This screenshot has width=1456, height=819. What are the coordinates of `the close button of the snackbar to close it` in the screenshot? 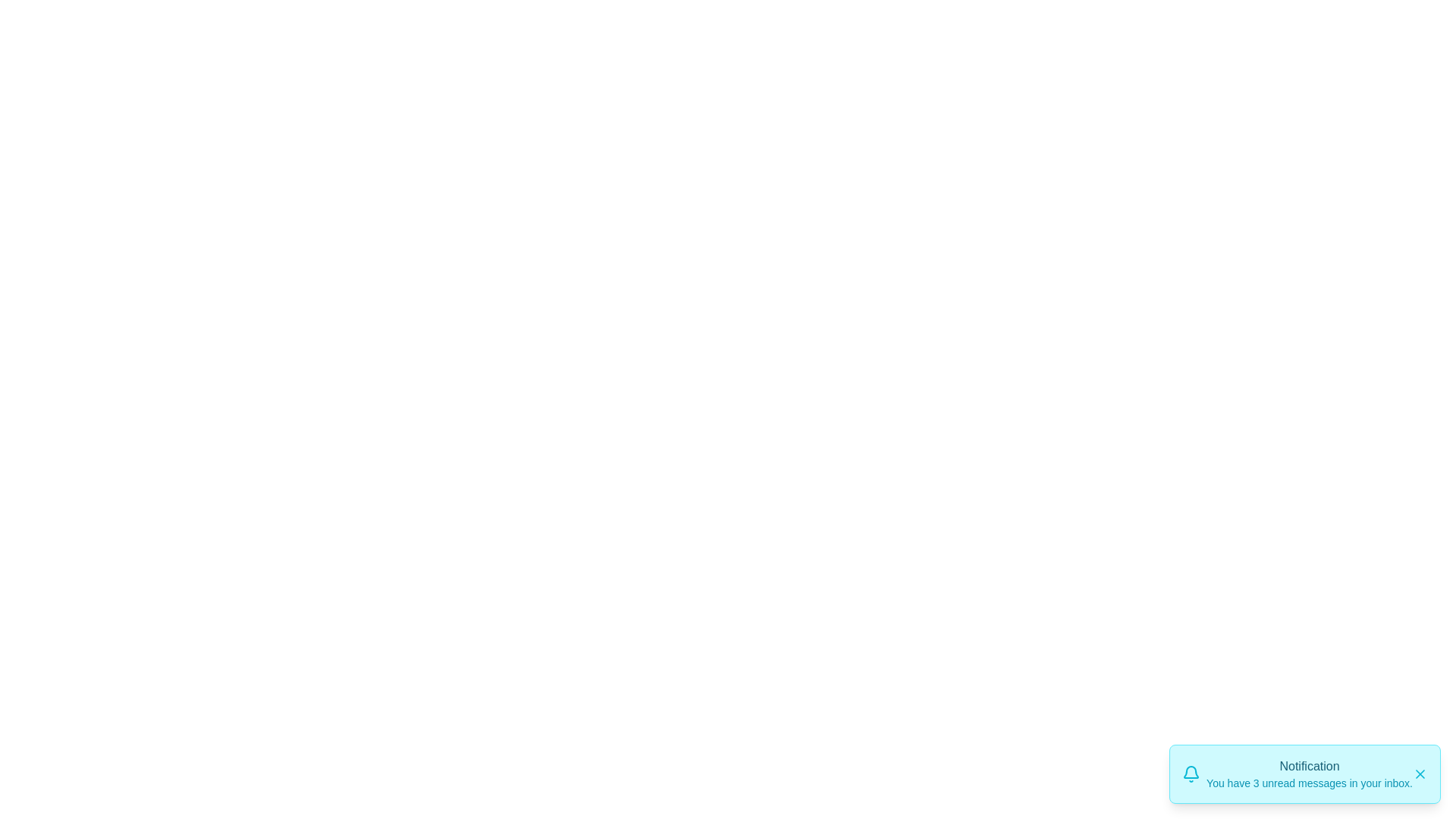 It's located at (1419, 774).